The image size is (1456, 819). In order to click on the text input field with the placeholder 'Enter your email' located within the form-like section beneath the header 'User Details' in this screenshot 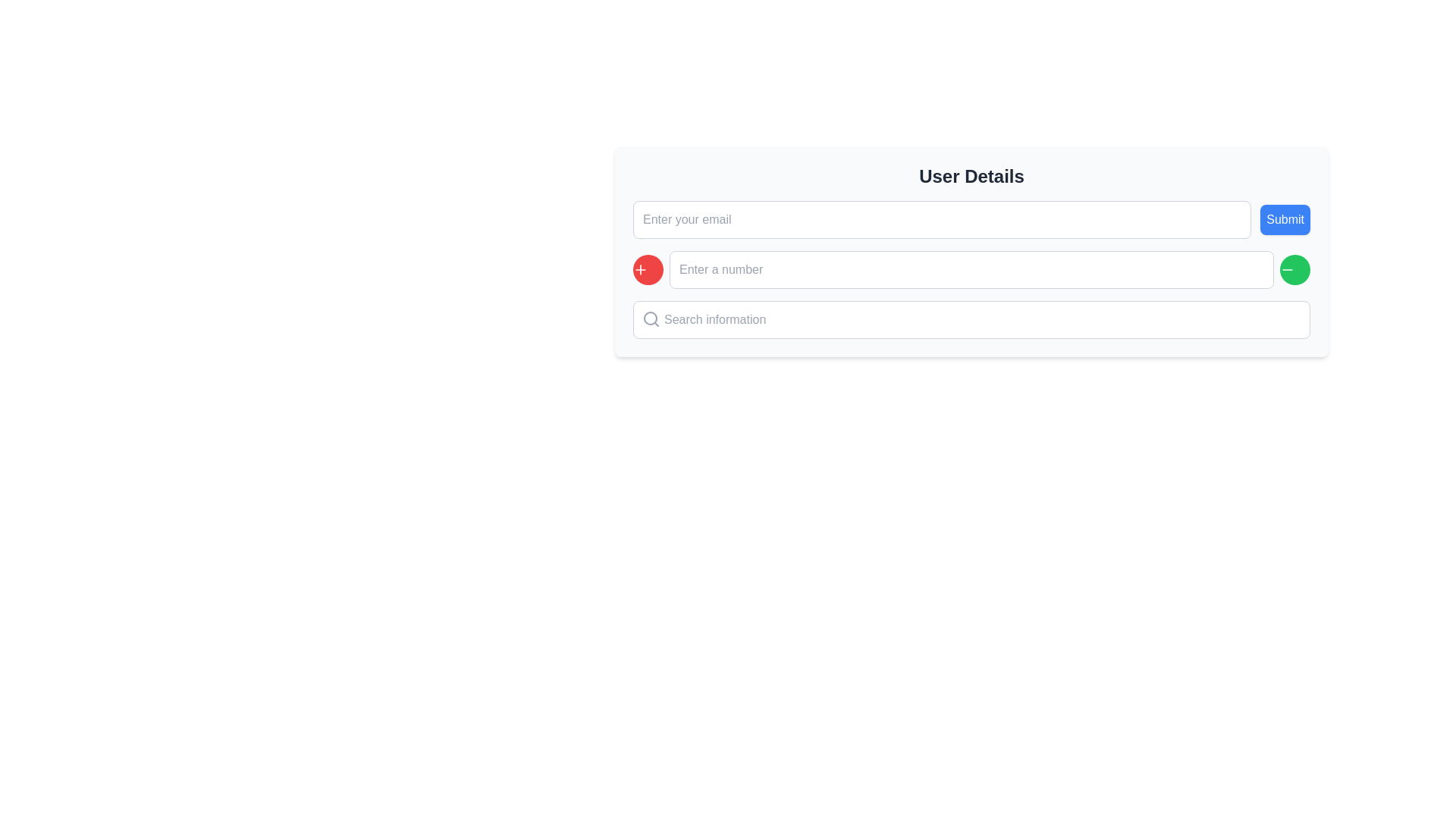, I will do `click(971, 219)`.